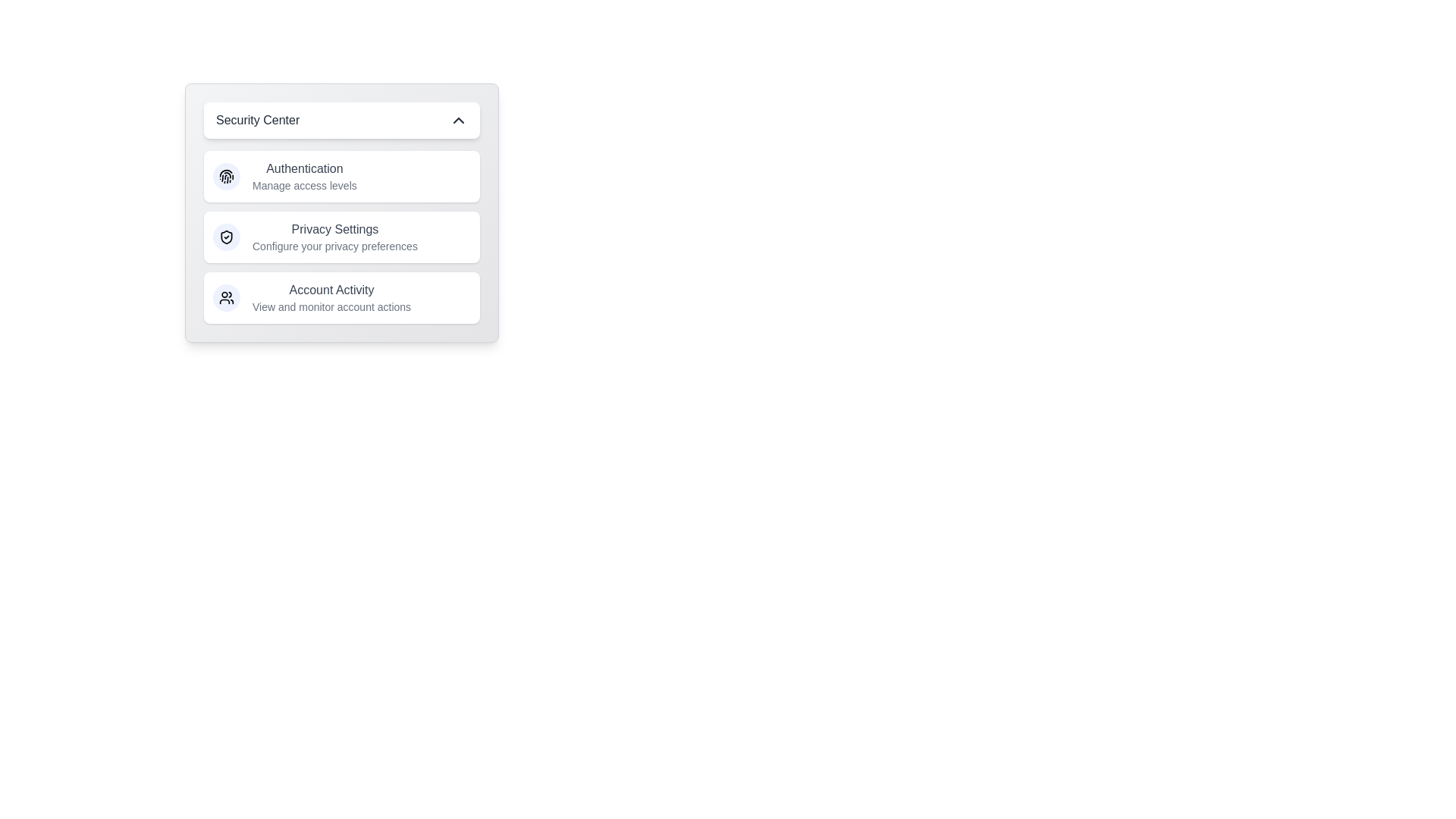 This screenshot has height=819, width=1456. What do you see at coordinates (341, 175) in the screenshot?
I see `the menu item corresponding to Authentication` at bounding box center [341, 175].